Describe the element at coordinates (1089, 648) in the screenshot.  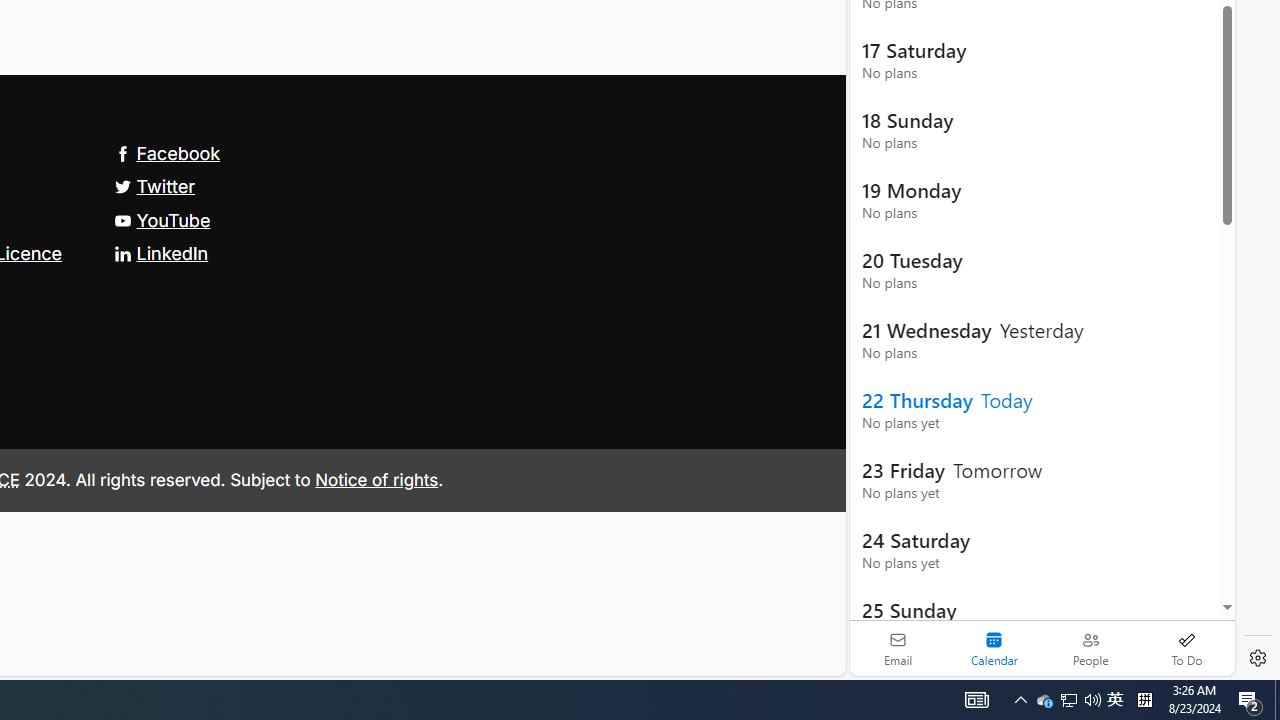
I see `'People'` at that location.